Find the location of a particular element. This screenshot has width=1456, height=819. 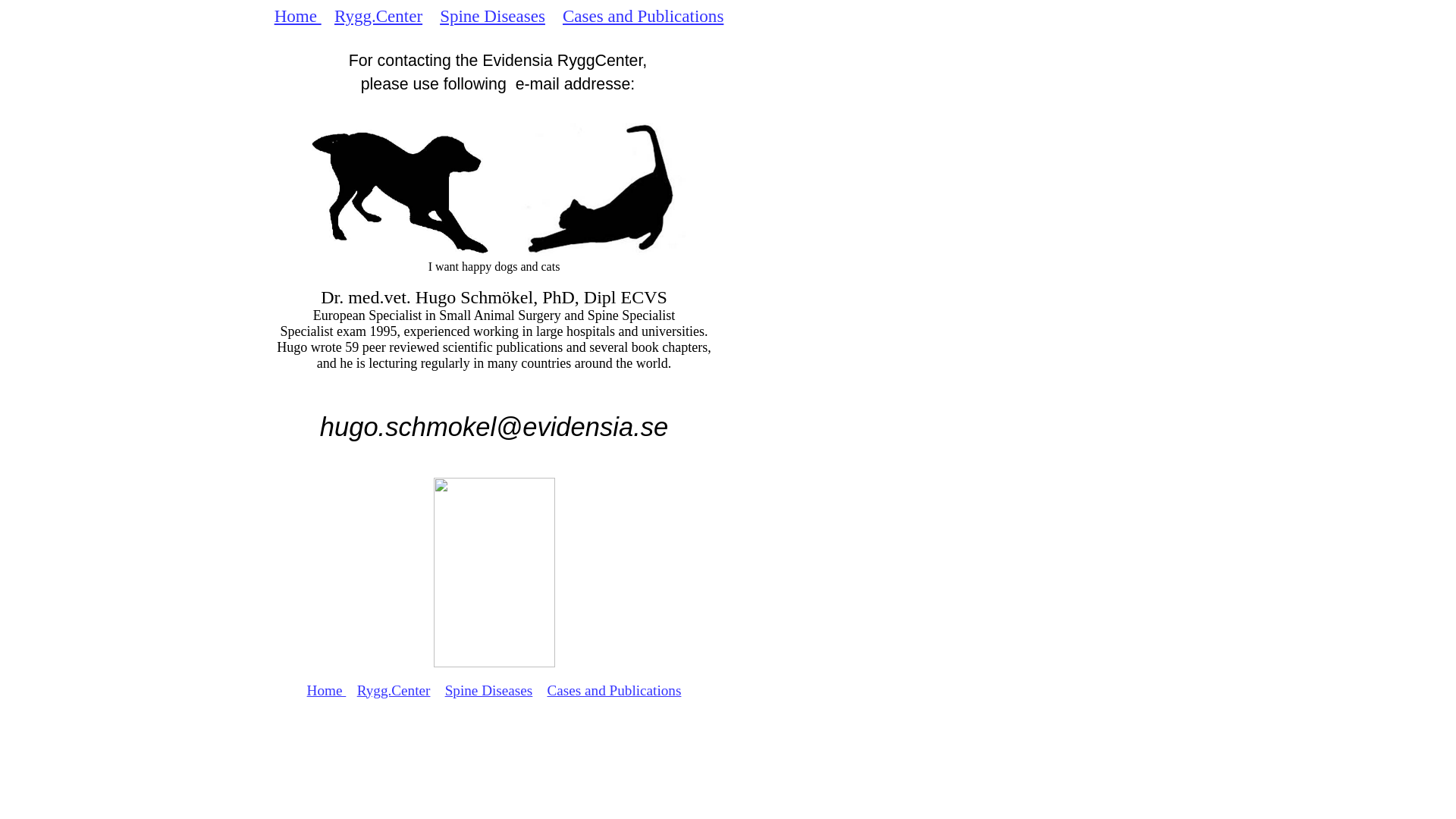

'Home' is located at coordinates (298, 15).